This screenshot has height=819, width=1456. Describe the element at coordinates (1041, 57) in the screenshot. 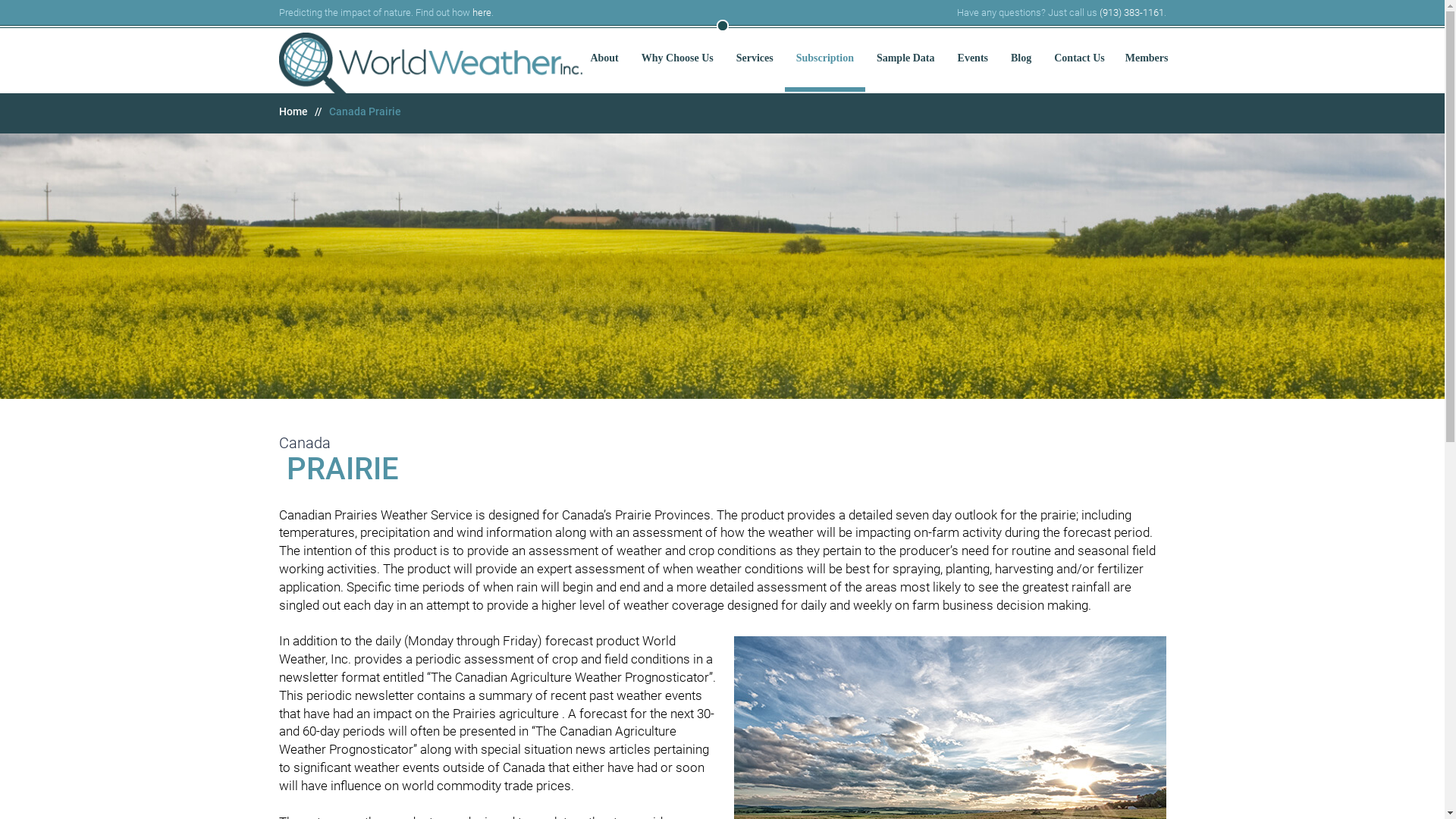

I see `'Contact Us'` at that location.